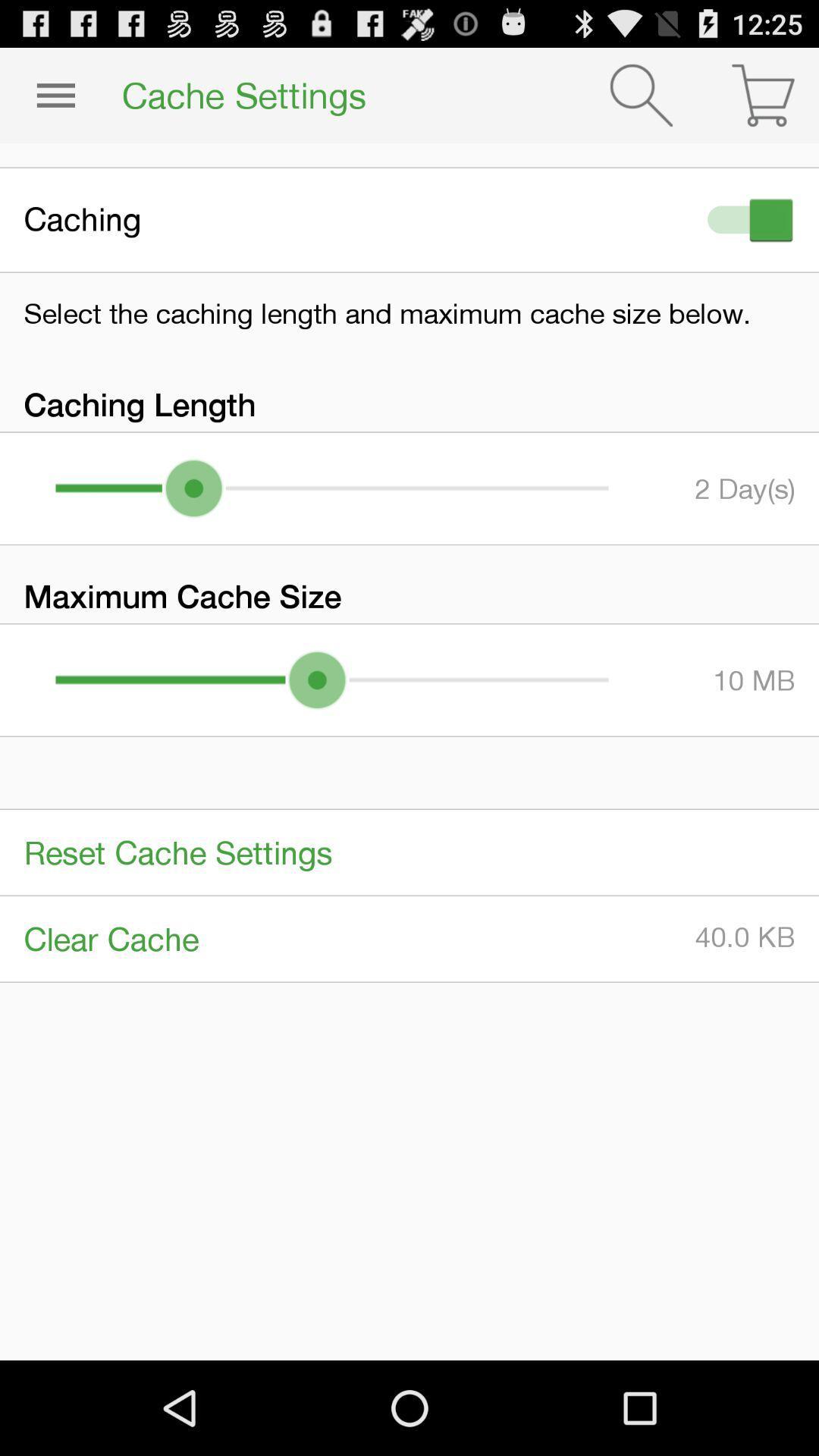 Image resolution: width=819 pixels, height=1456 pixels. Describe the element at coordinates (746, 219) in the screenshot. I see `on off toggle switch` at that location.